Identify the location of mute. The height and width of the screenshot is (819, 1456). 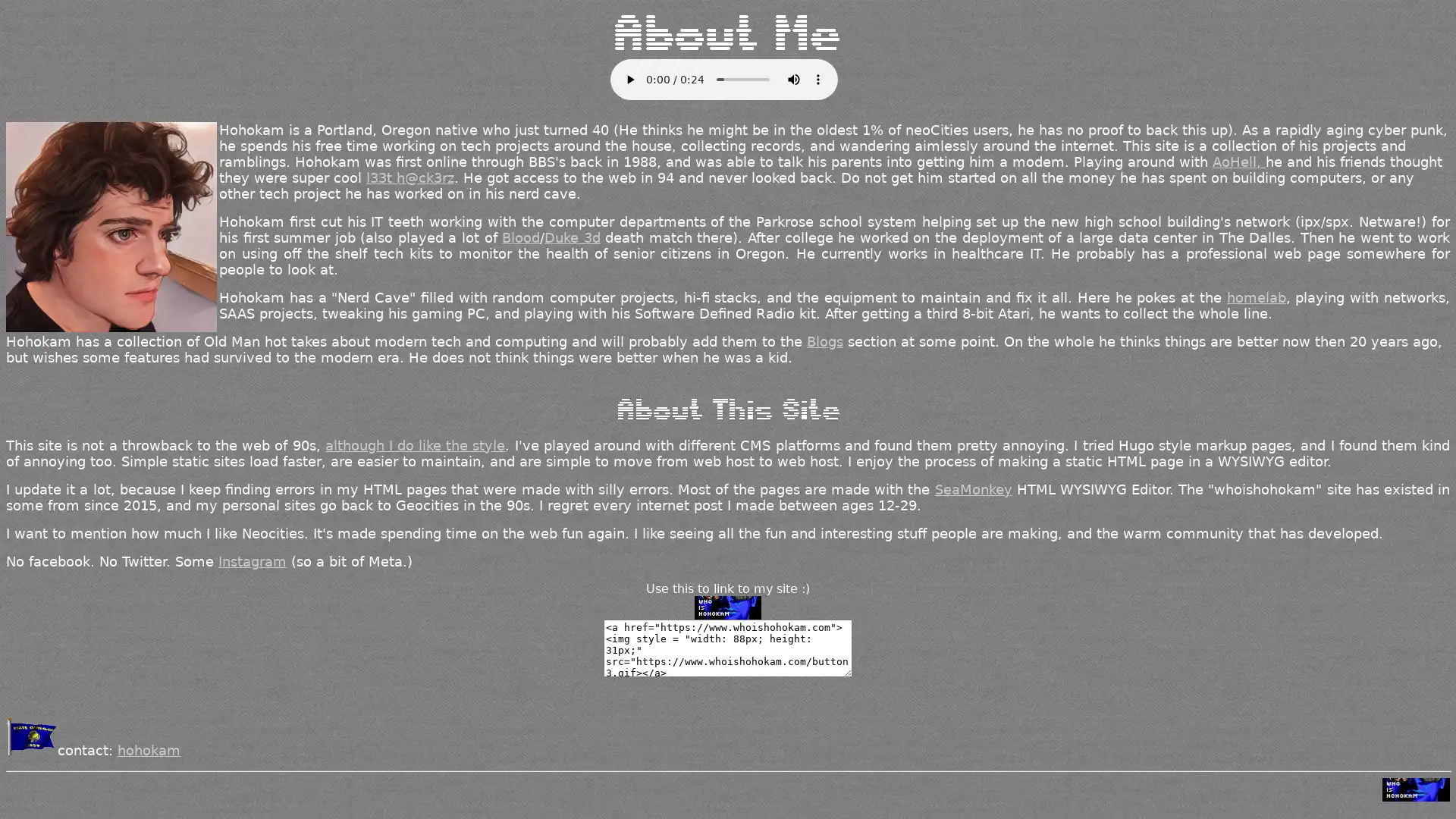
(792, 79).